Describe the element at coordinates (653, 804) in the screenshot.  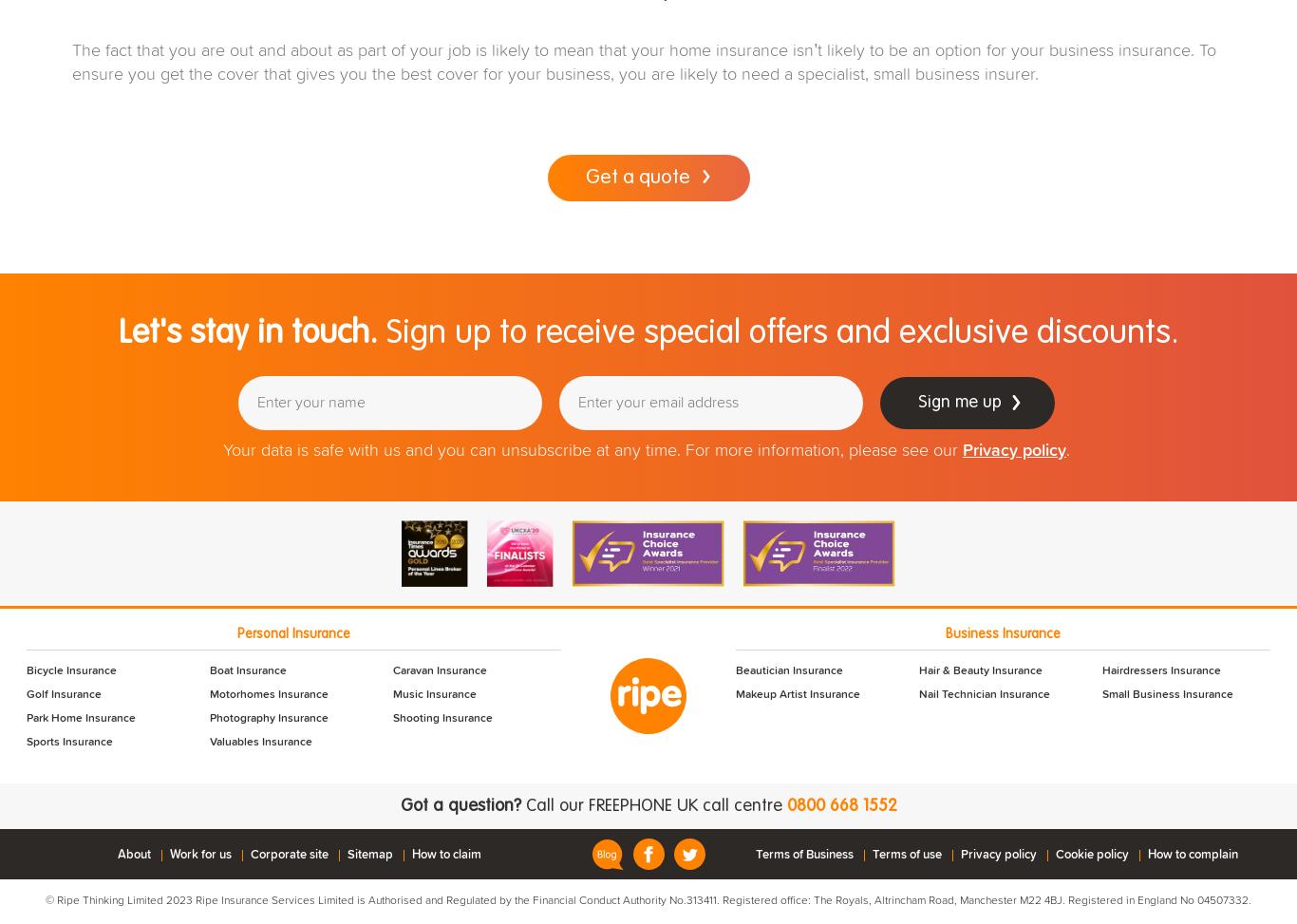
I see `'Call our FREEPHONE UK call centre'` at that location.